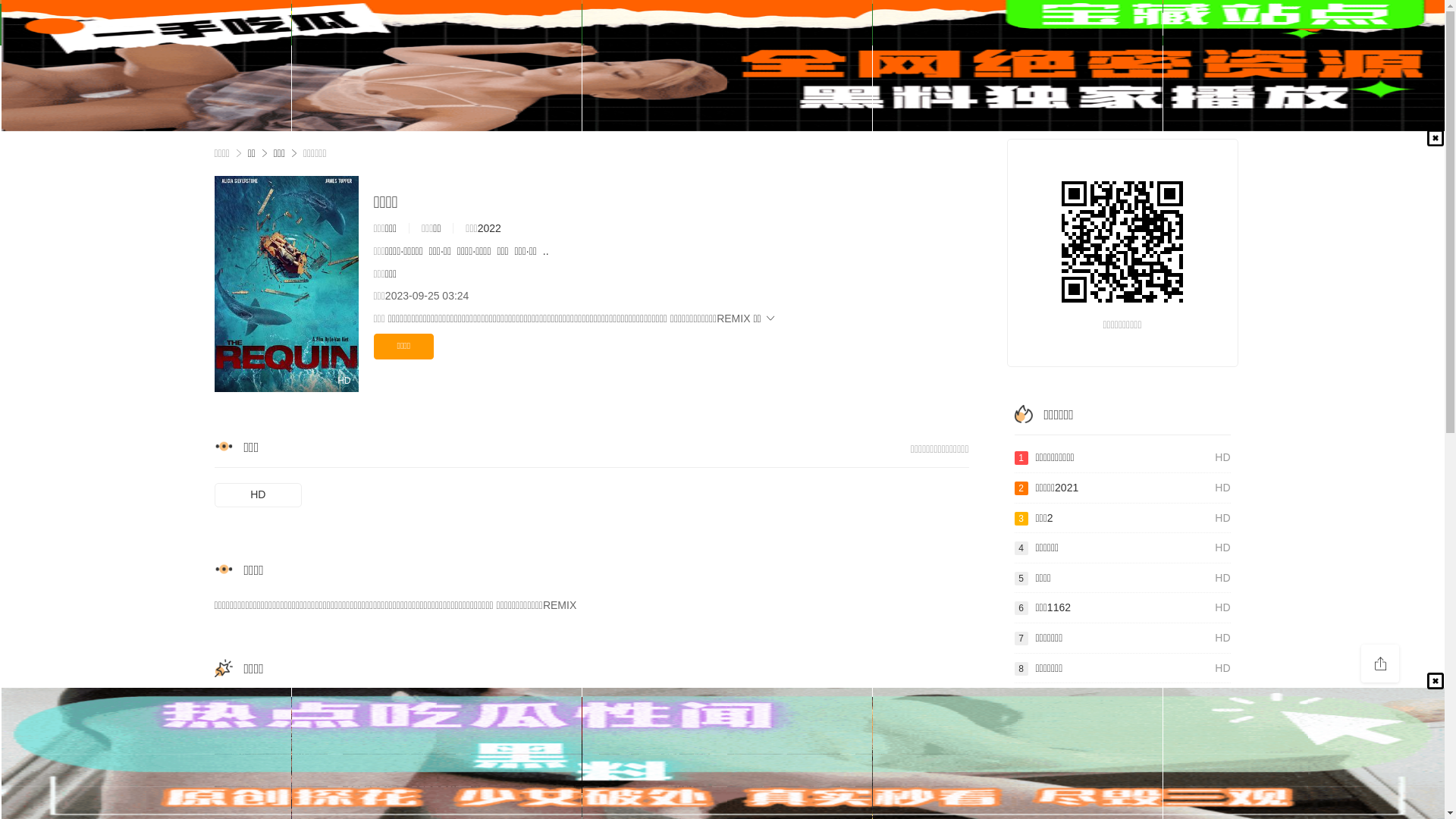  What do you see at coordinates (1122, 241) in the screenshot?
I see `'http://www.174tv.com/tv/84.html'` at bounding box center [1122, 241].